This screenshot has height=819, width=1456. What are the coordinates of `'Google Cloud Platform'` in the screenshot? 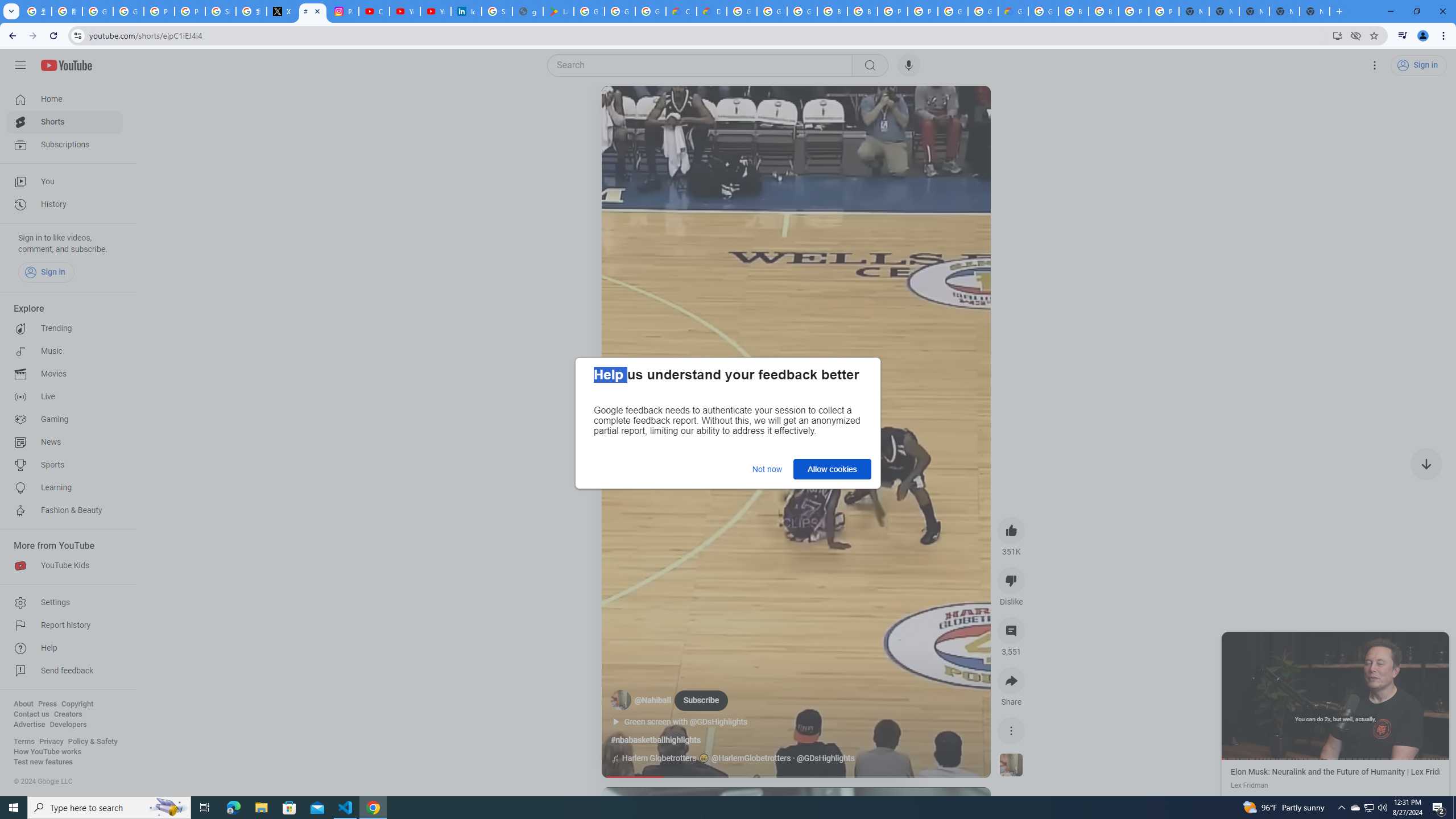 It's located at (953, 11).